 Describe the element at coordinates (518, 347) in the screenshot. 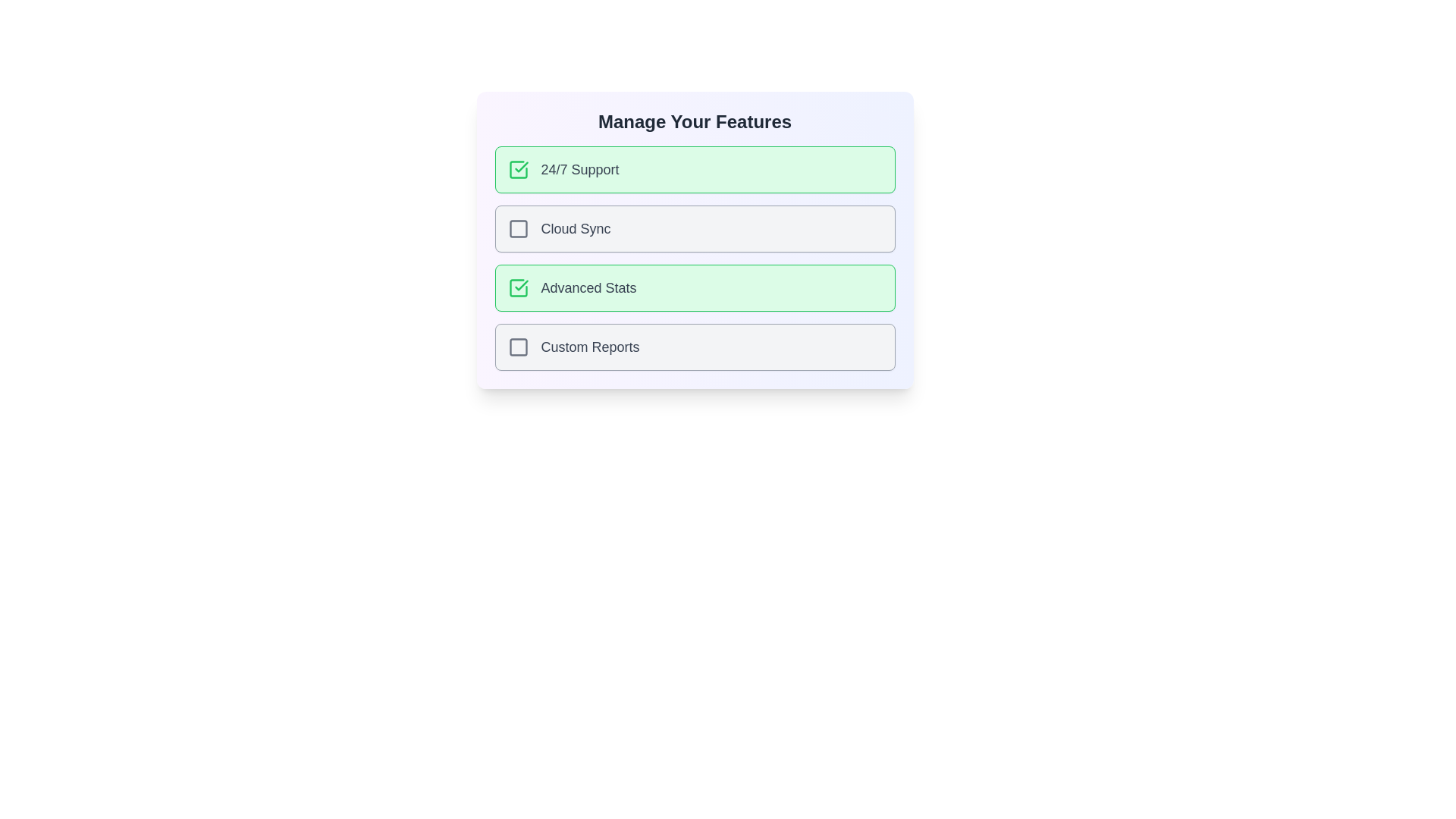

I see `the square SVG icon that serves as a status indicator for the 'Custom Reports' feature, located in the fourth row under 'Manage Your Features'` at that location.